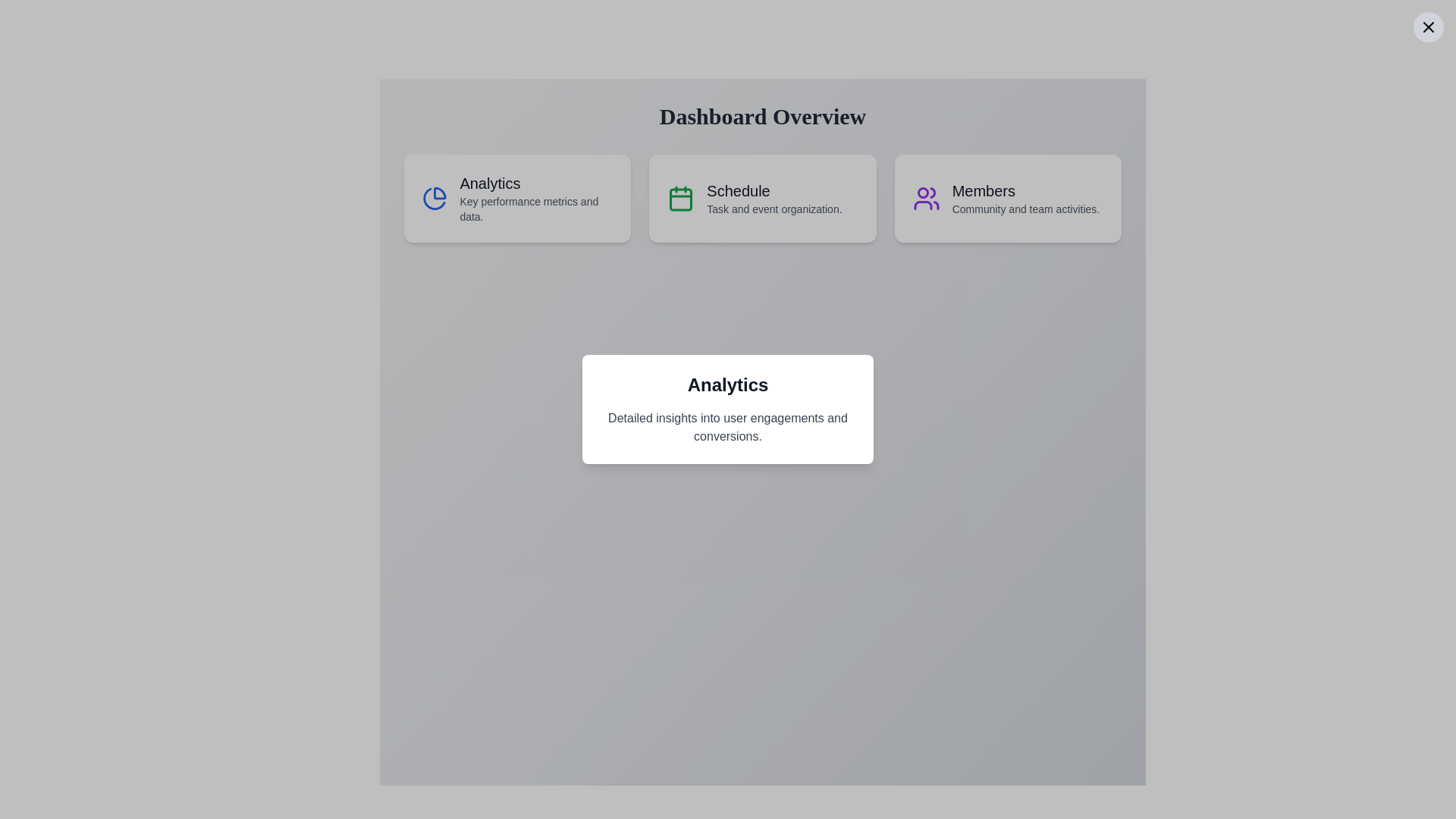 Image resolution: width=1456 pixels, height=819 pixels. I want to click on the text label that contains 'Key performance metrics and data.', which is styled with a small gray font and positioned below the 'Analytics' text within the card layout, so click(536, 209).